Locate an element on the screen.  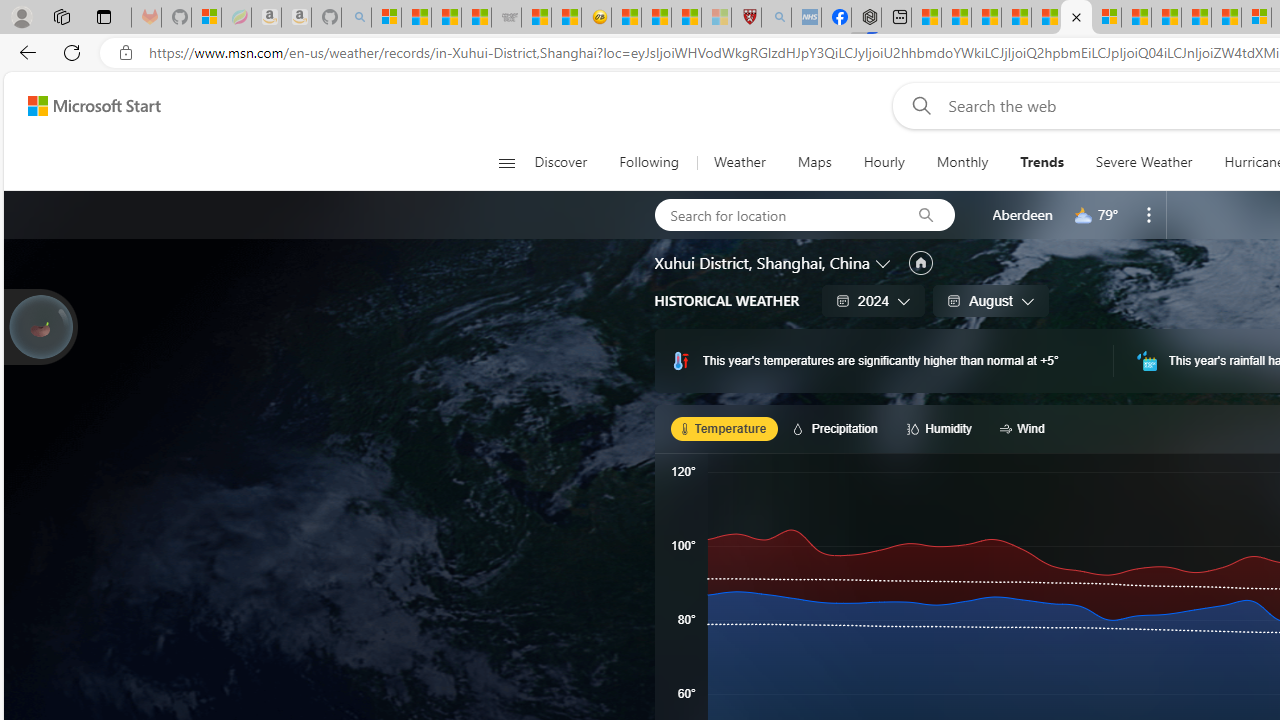
'Change location' is located at coordinates (884, 261).